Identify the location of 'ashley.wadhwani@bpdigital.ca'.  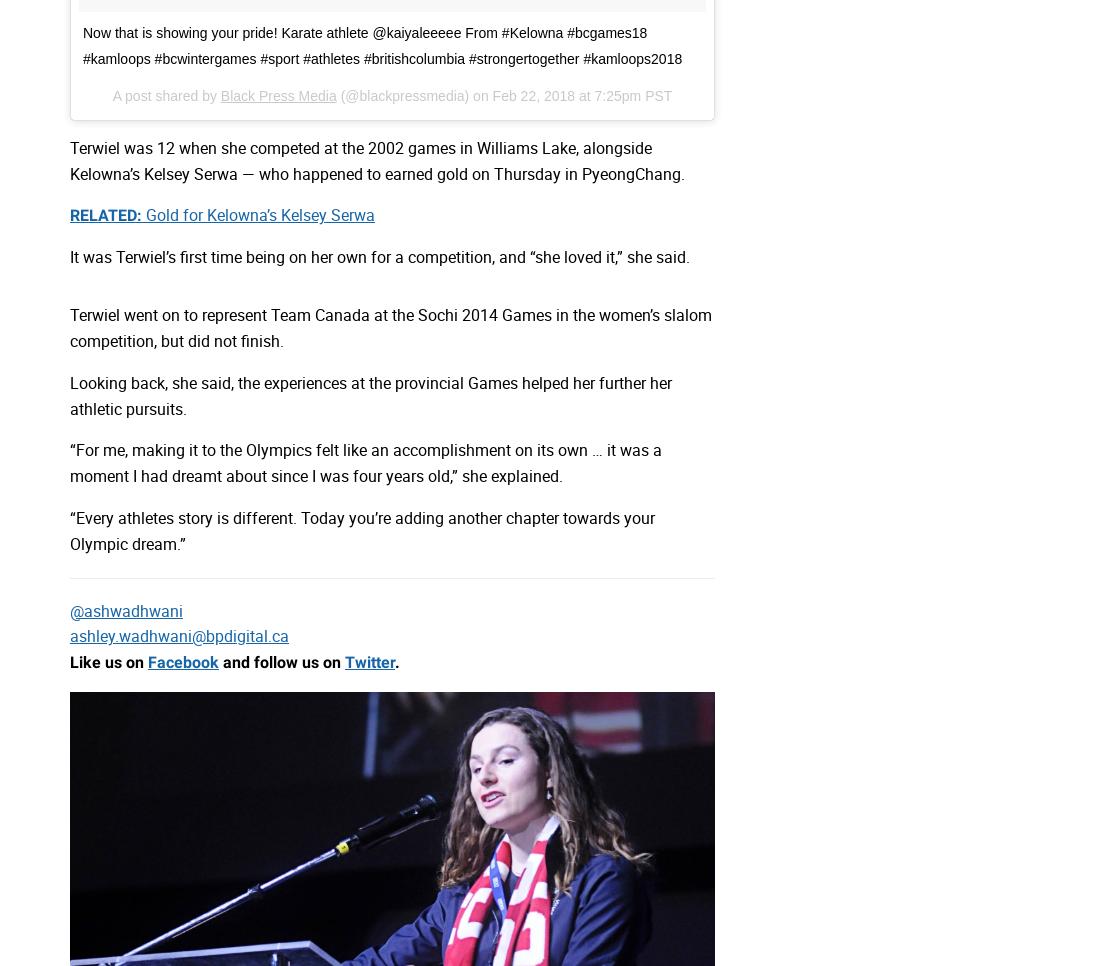
(178, 635).